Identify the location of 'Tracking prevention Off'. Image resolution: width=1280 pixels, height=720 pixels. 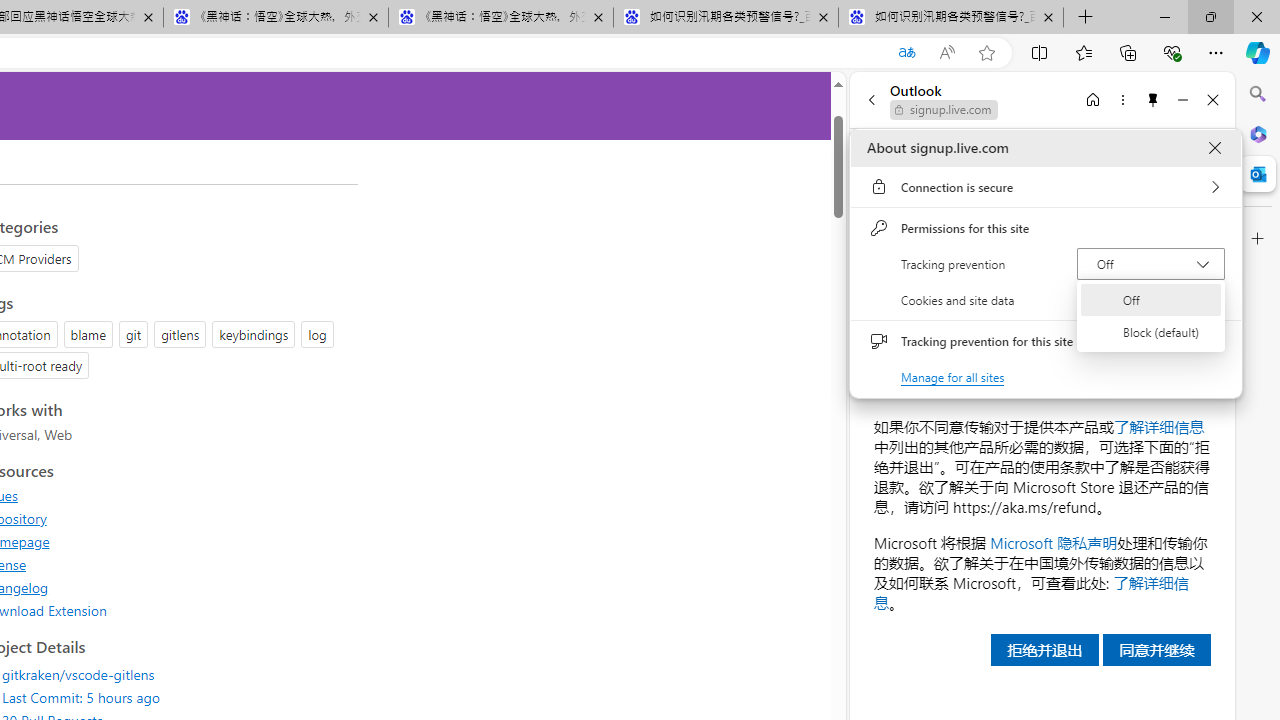
(1150, 262).